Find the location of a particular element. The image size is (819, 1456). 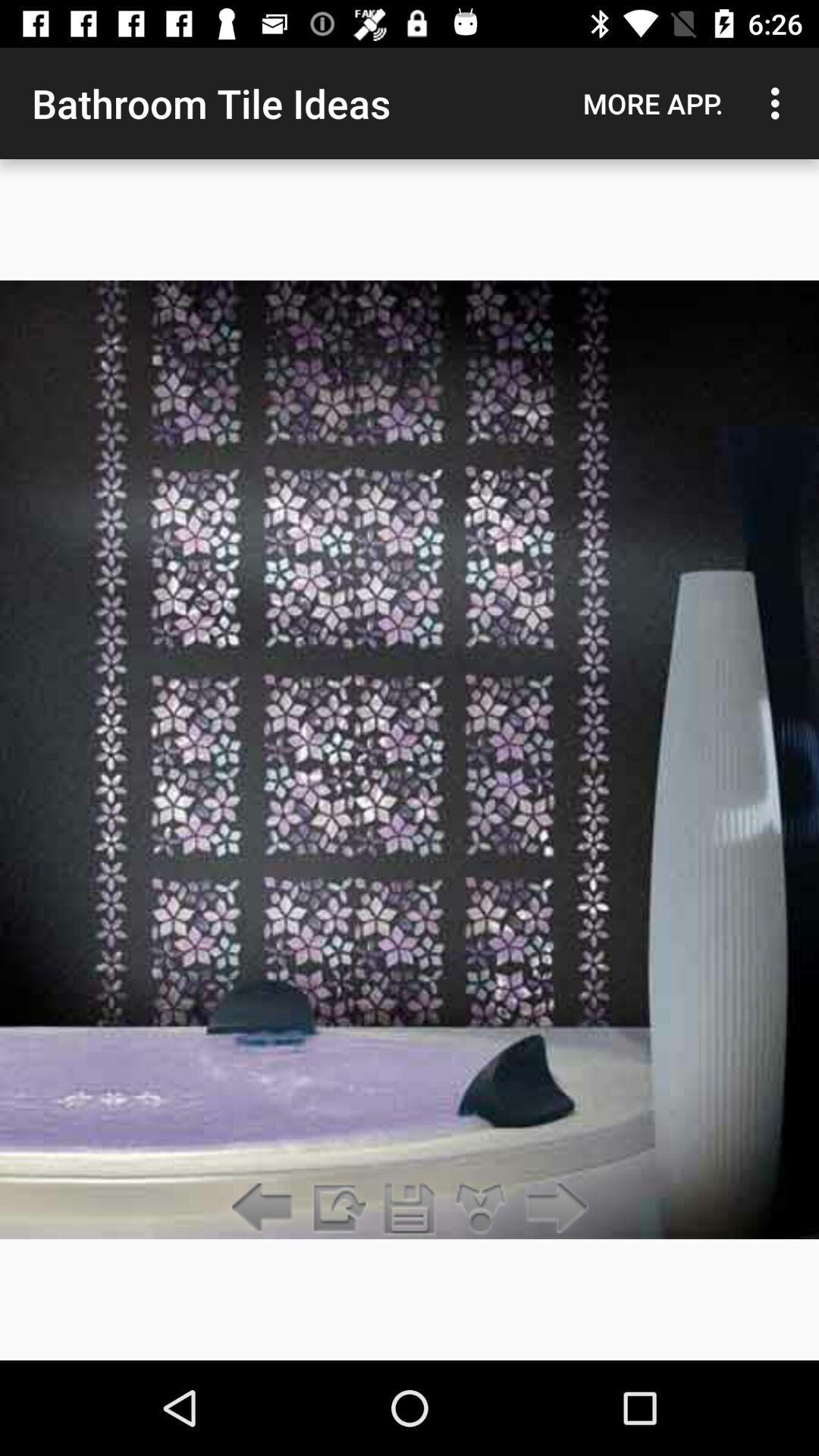

previous page is located at coordinates (265, 1208).